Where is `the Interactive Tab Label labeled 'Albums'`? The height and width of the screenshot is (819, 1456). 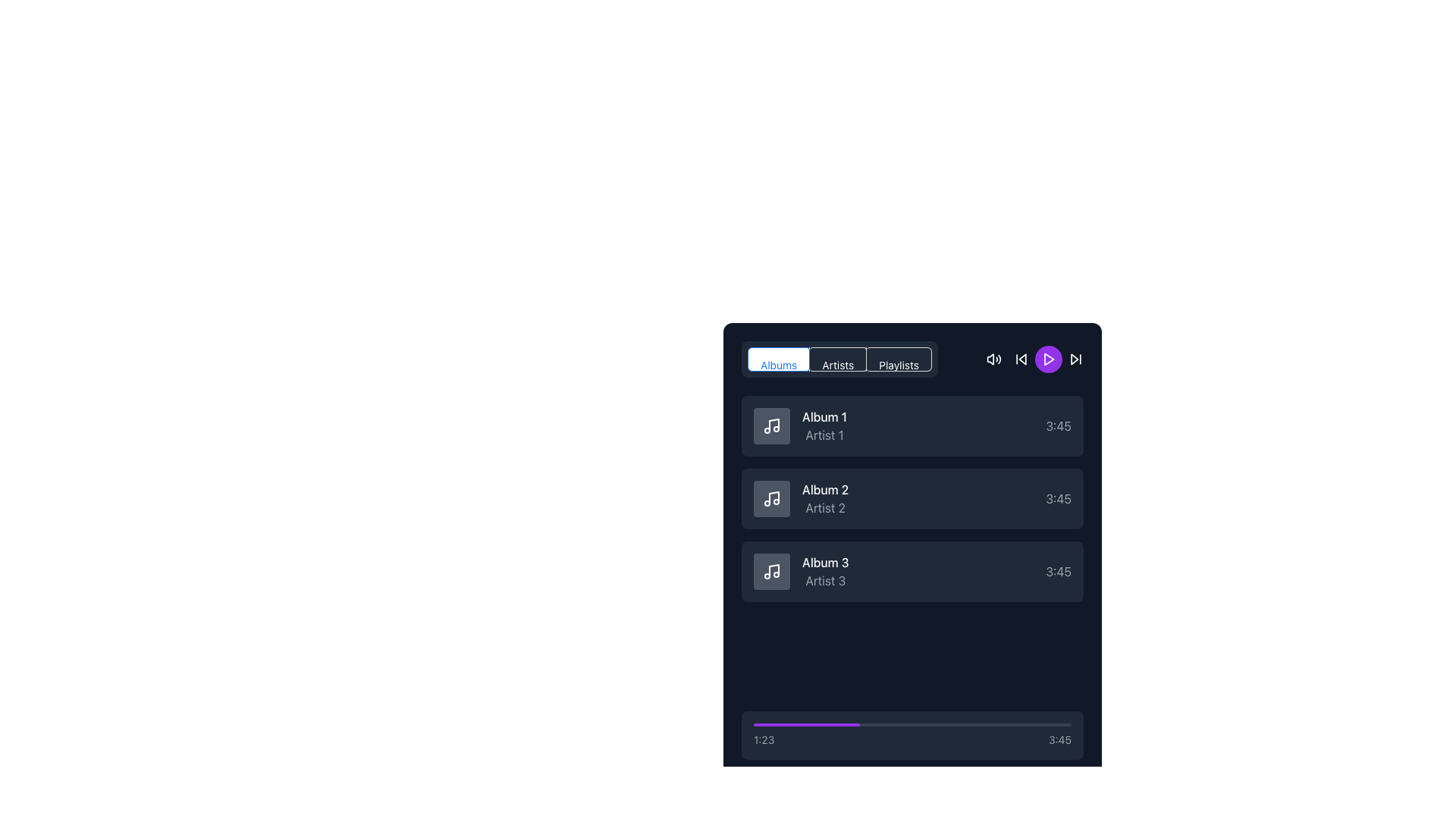
the Interactive Tab Label labeled 'Albums' is located at coordinates (779, 365).